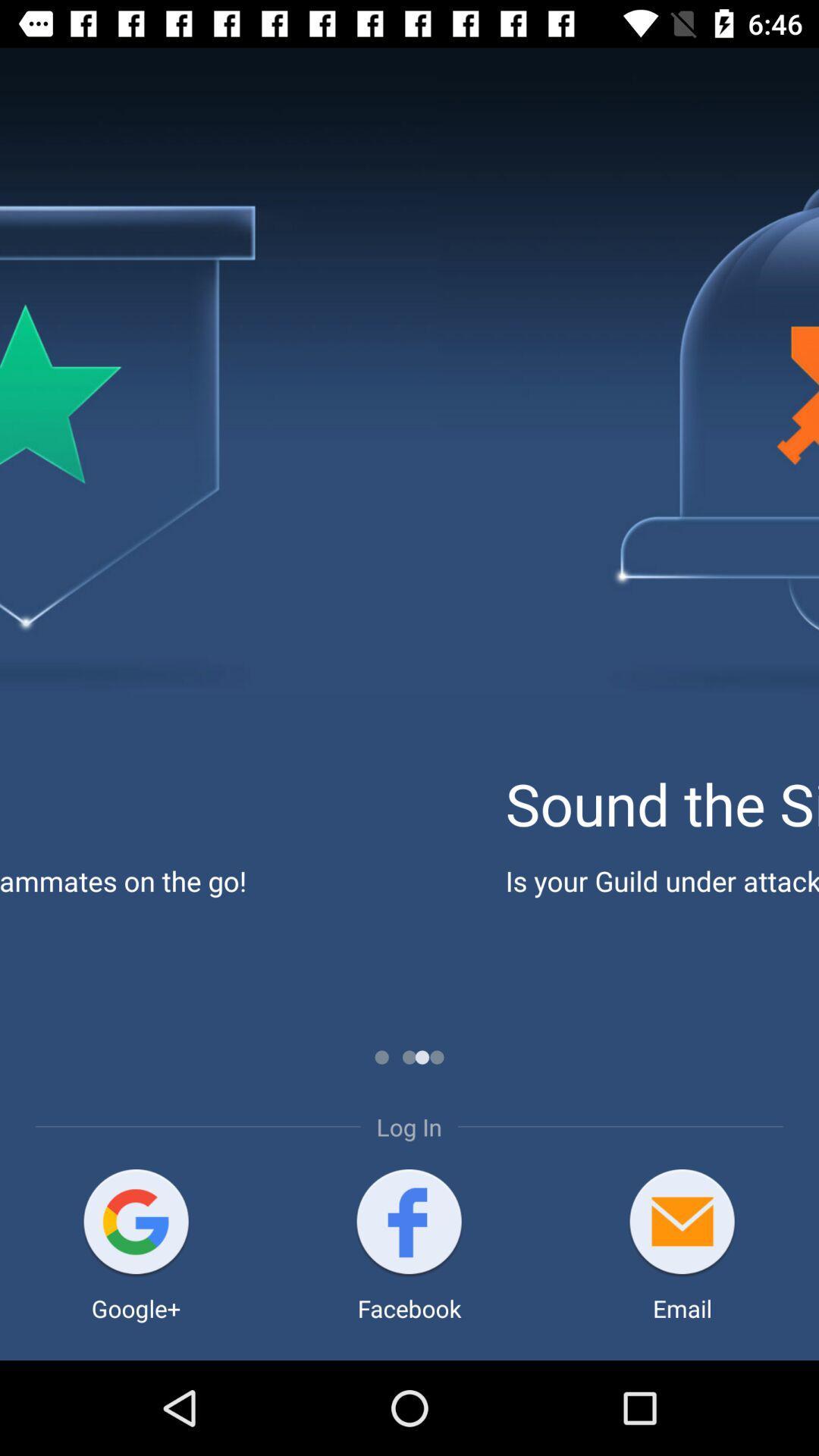 This screenshot has height=1456, width=819. I want to click on open google plus app, so click(135, 1223).